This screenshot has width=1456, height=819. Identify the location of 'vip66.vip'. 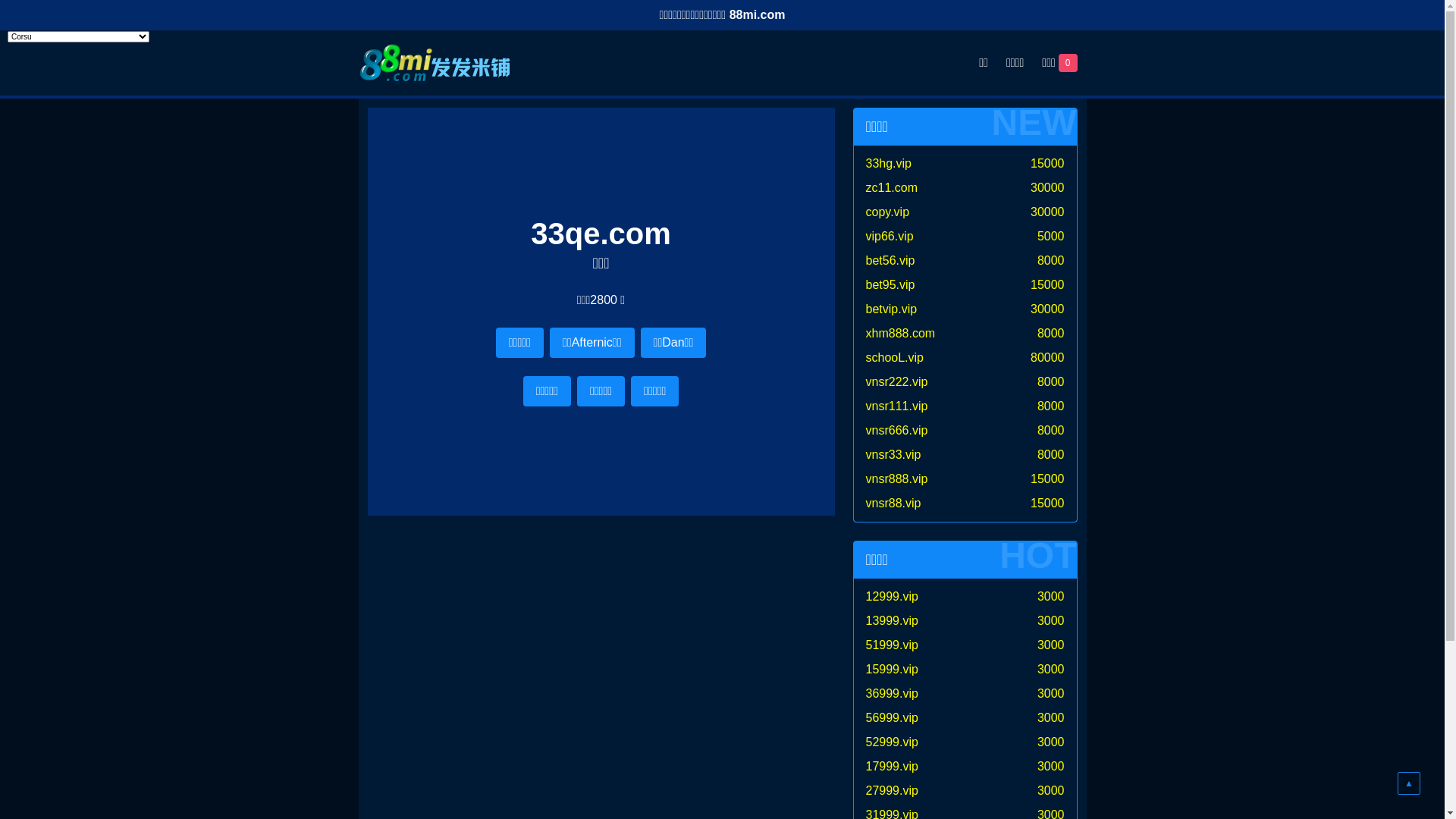
(890, 236).